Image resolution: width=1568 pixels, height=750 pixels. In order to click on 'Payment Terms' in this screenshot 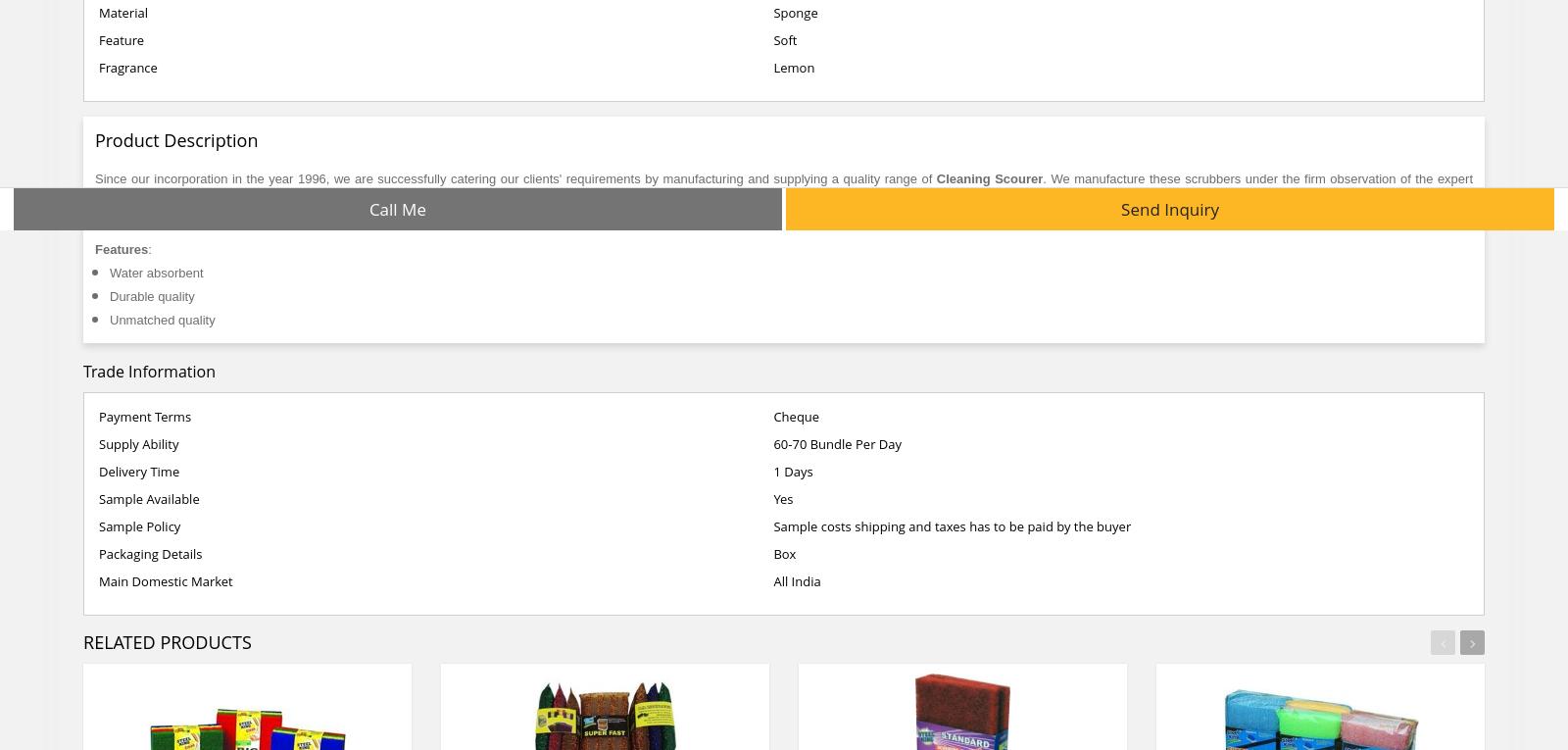, I will do `click(144, 417)`.